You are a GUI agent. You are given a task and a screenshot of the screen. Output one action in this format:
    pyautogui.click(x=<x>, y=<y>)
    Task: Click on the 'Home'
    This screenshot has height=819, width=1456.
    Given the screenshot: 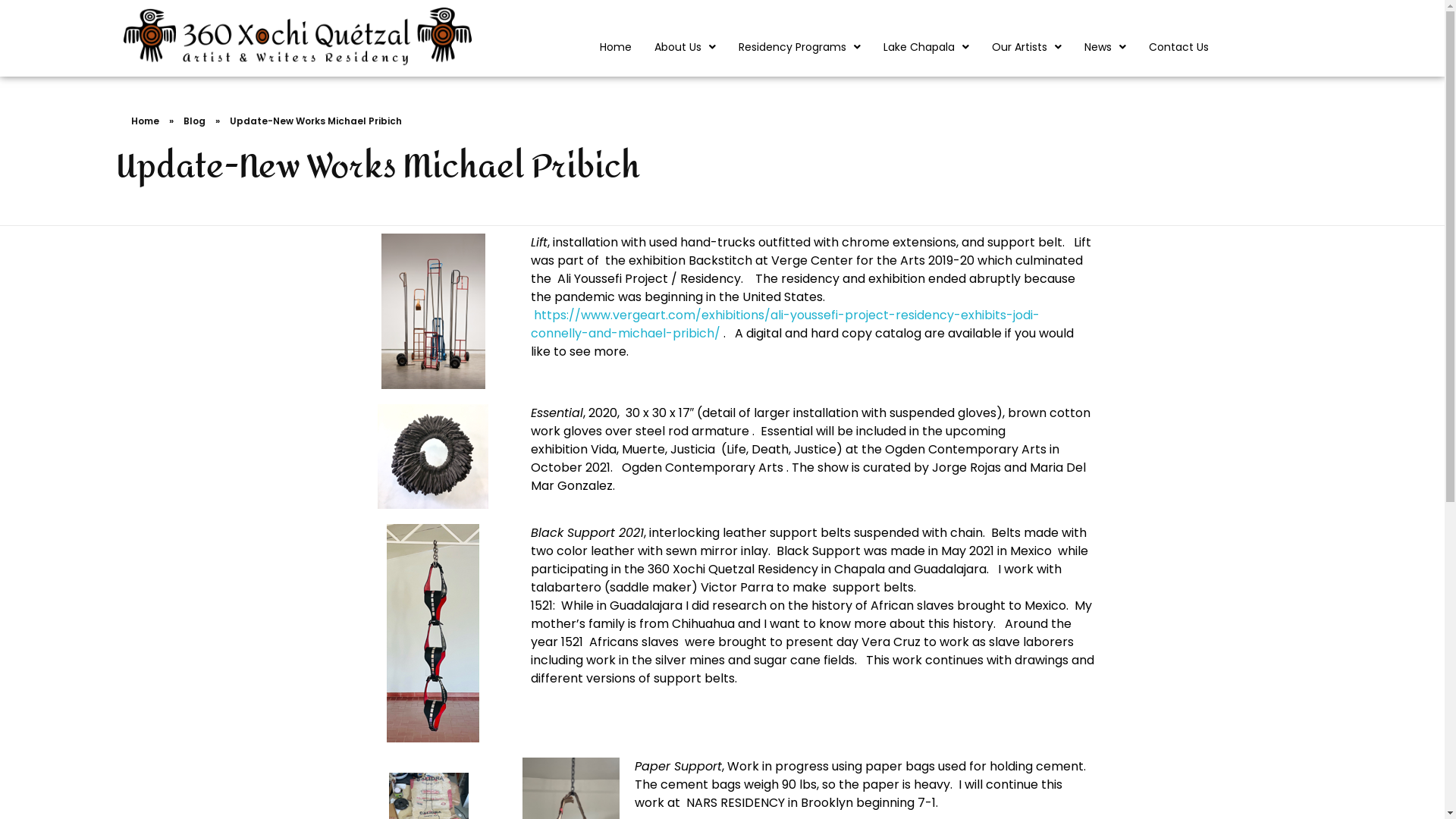 What is the action you would take?
    pyautogui.click(x=144, y=120)
    